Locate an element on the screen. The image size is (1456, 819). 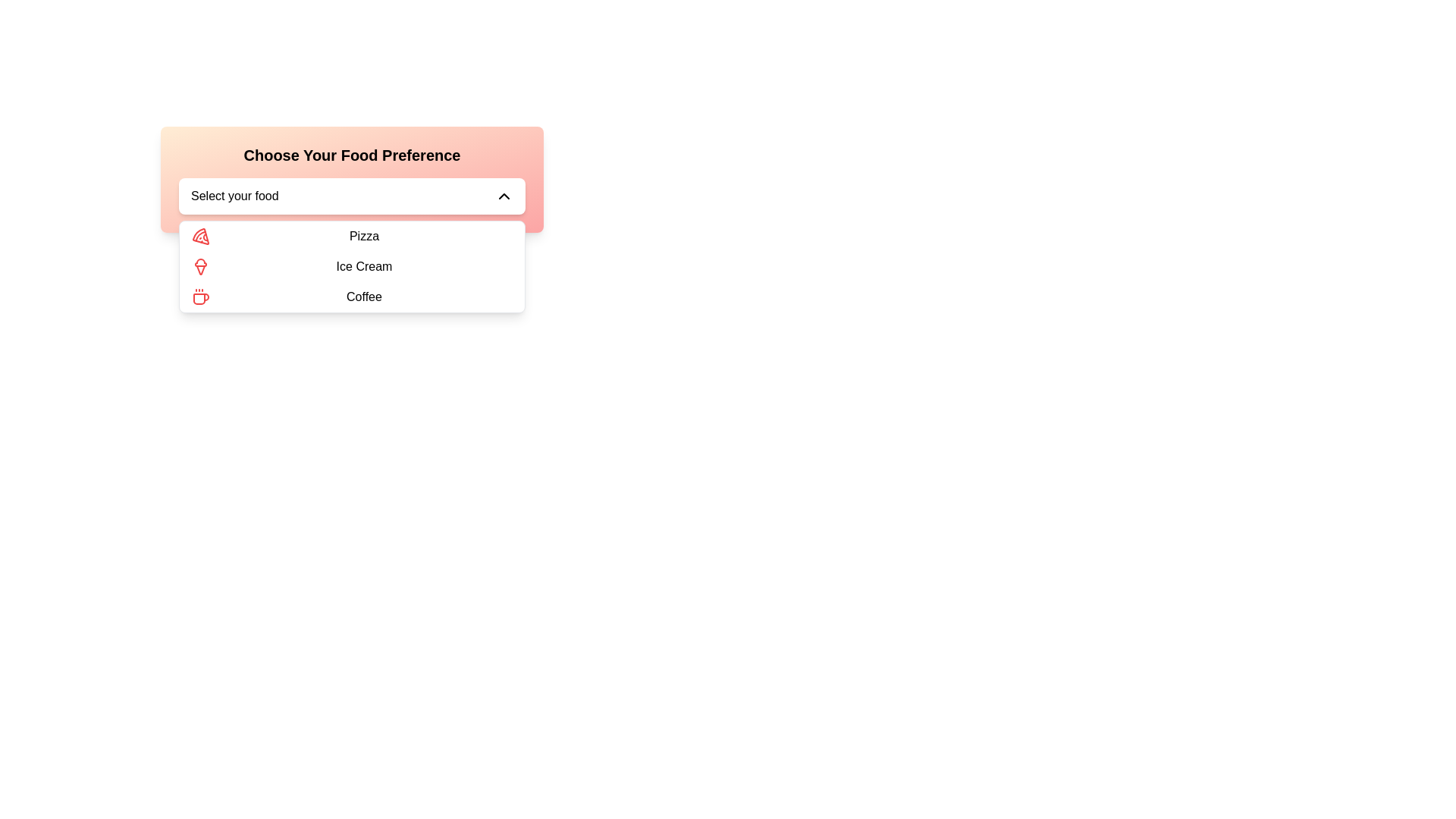
the text label containing the word 'Coffee' at the bottom of the dropdown menu is located at coordinates (364, 297).